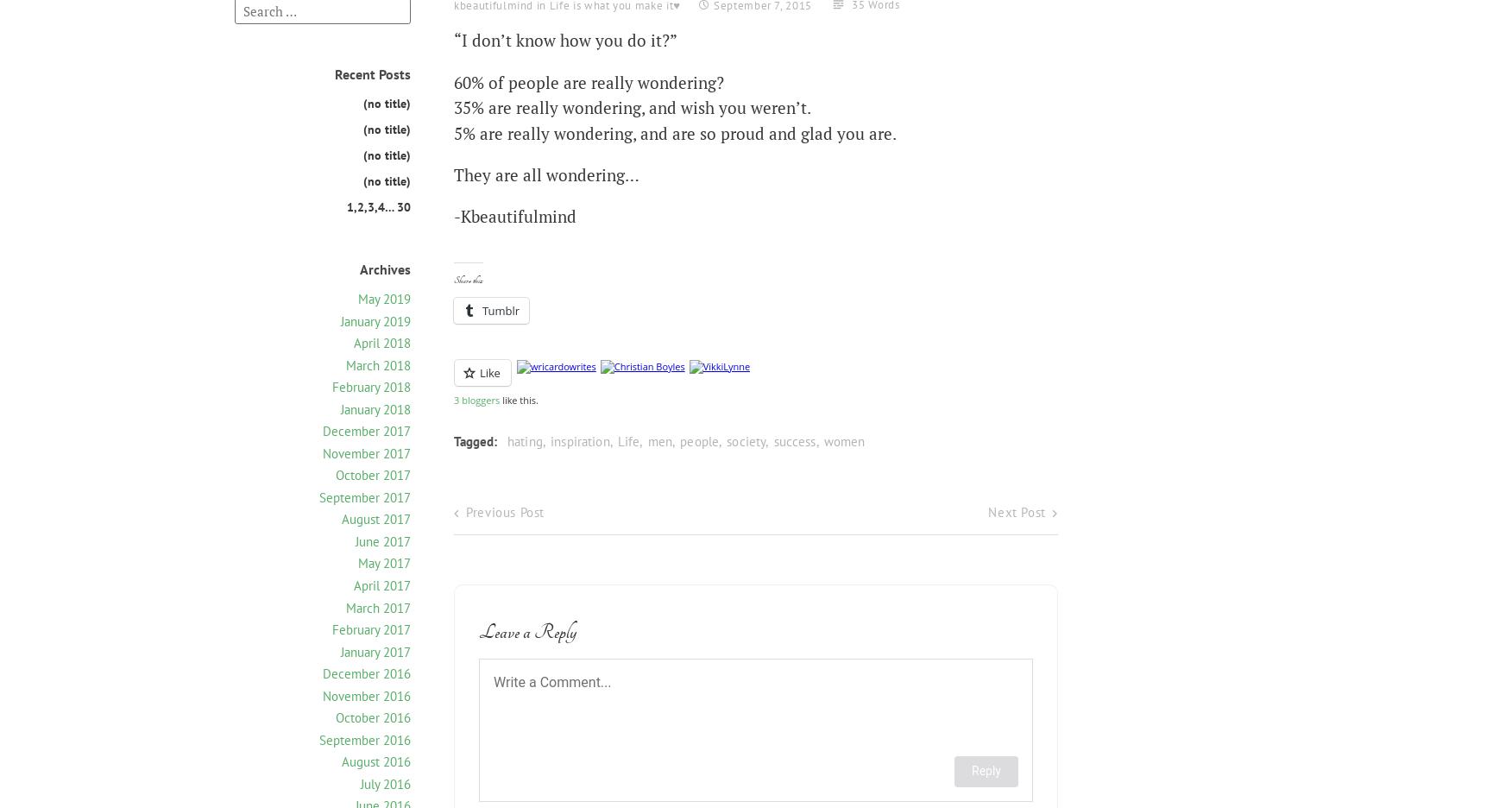 The height and width of the screenshot is (808, 1512). Describe the element at coordinates (352, 584) in the screenshot. I see `'April 2017'` at that location.